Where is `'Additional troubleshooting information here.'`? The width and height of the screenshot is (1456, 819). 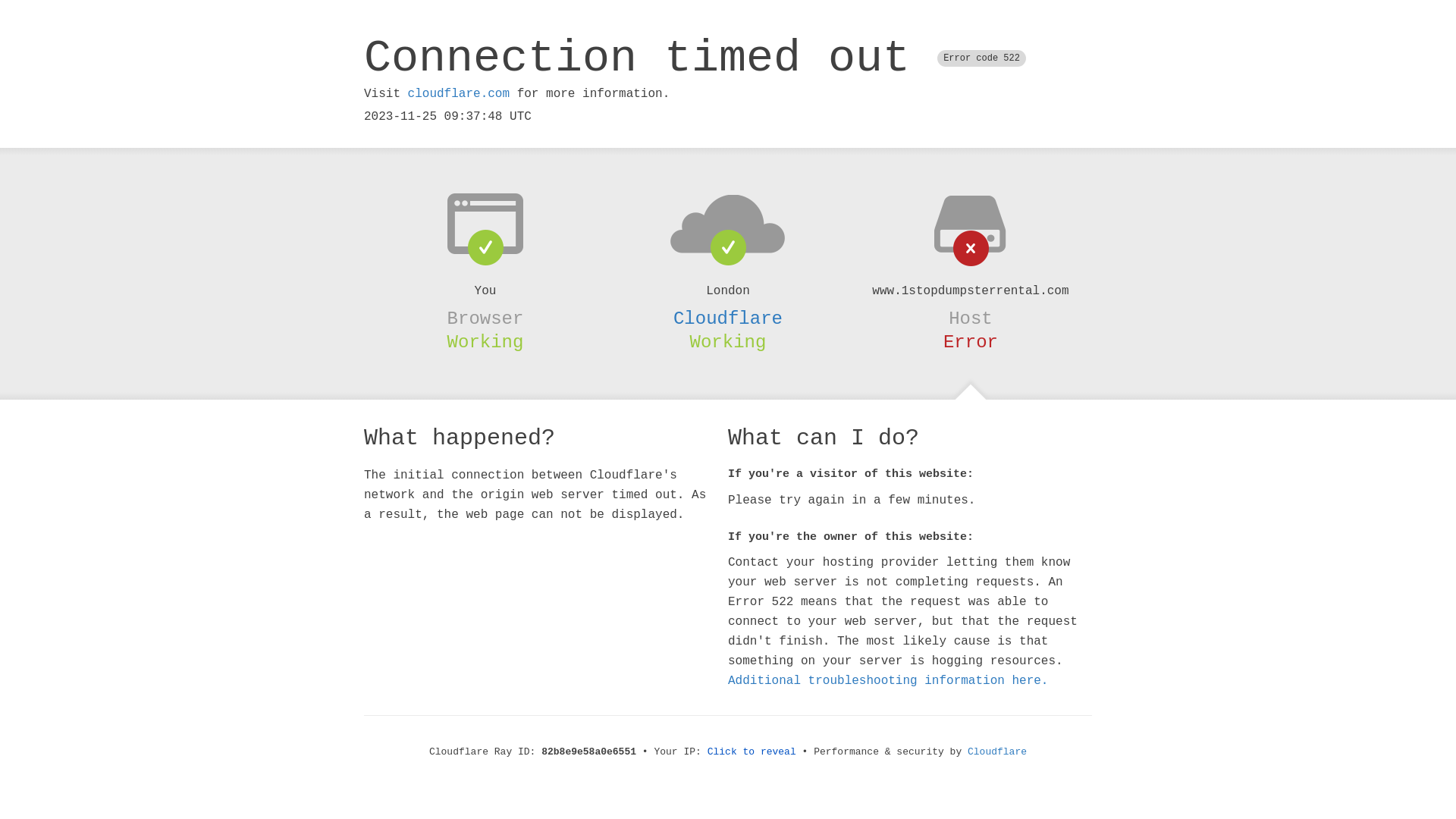 'Additional troubleshooting information here.' is located at coordinates (728, 680).